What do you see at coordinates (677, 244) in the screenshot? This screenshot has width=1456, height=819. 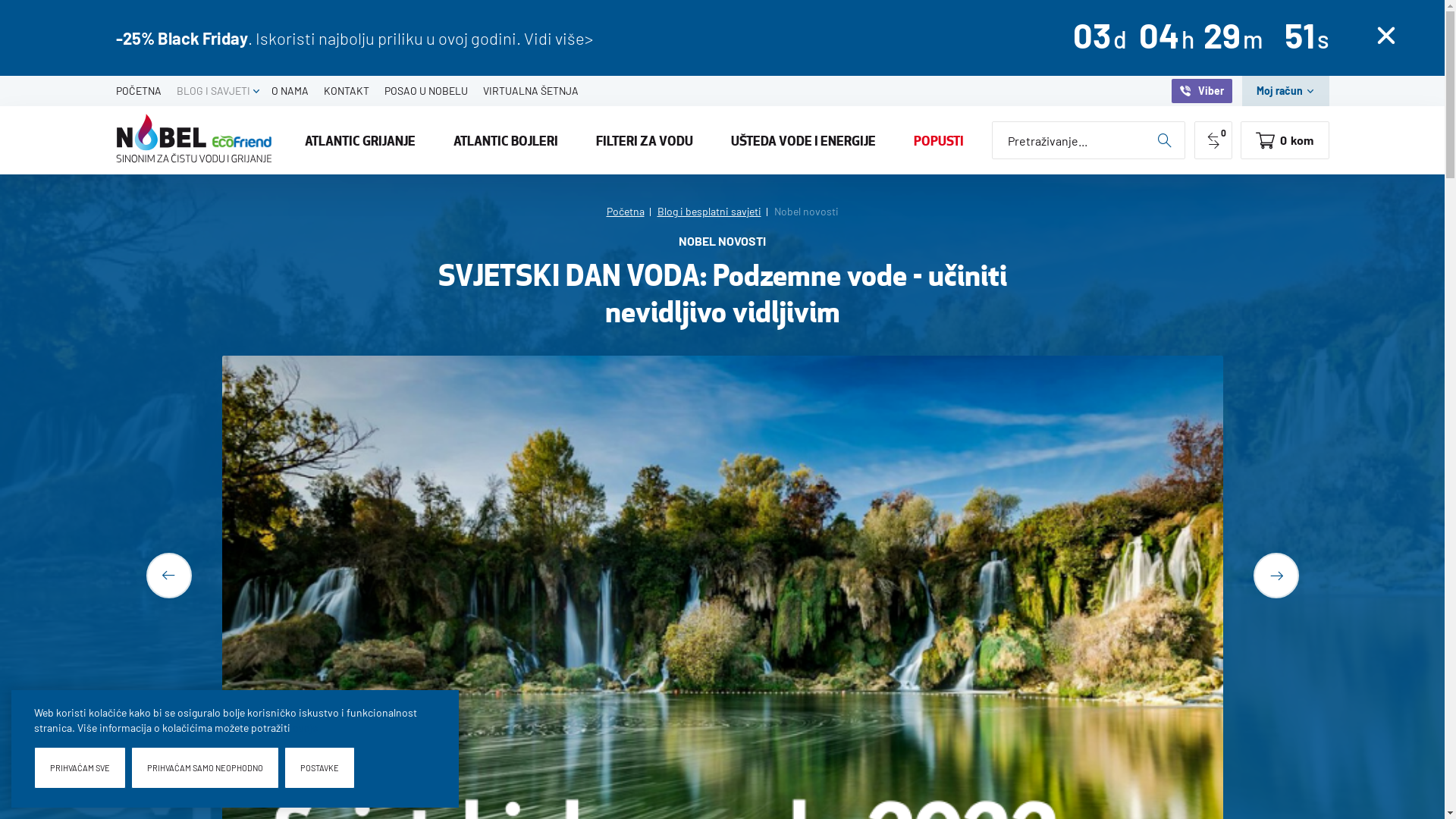 I see `'NOBEL NOVOSTI'` at bounding box center [677, 244].